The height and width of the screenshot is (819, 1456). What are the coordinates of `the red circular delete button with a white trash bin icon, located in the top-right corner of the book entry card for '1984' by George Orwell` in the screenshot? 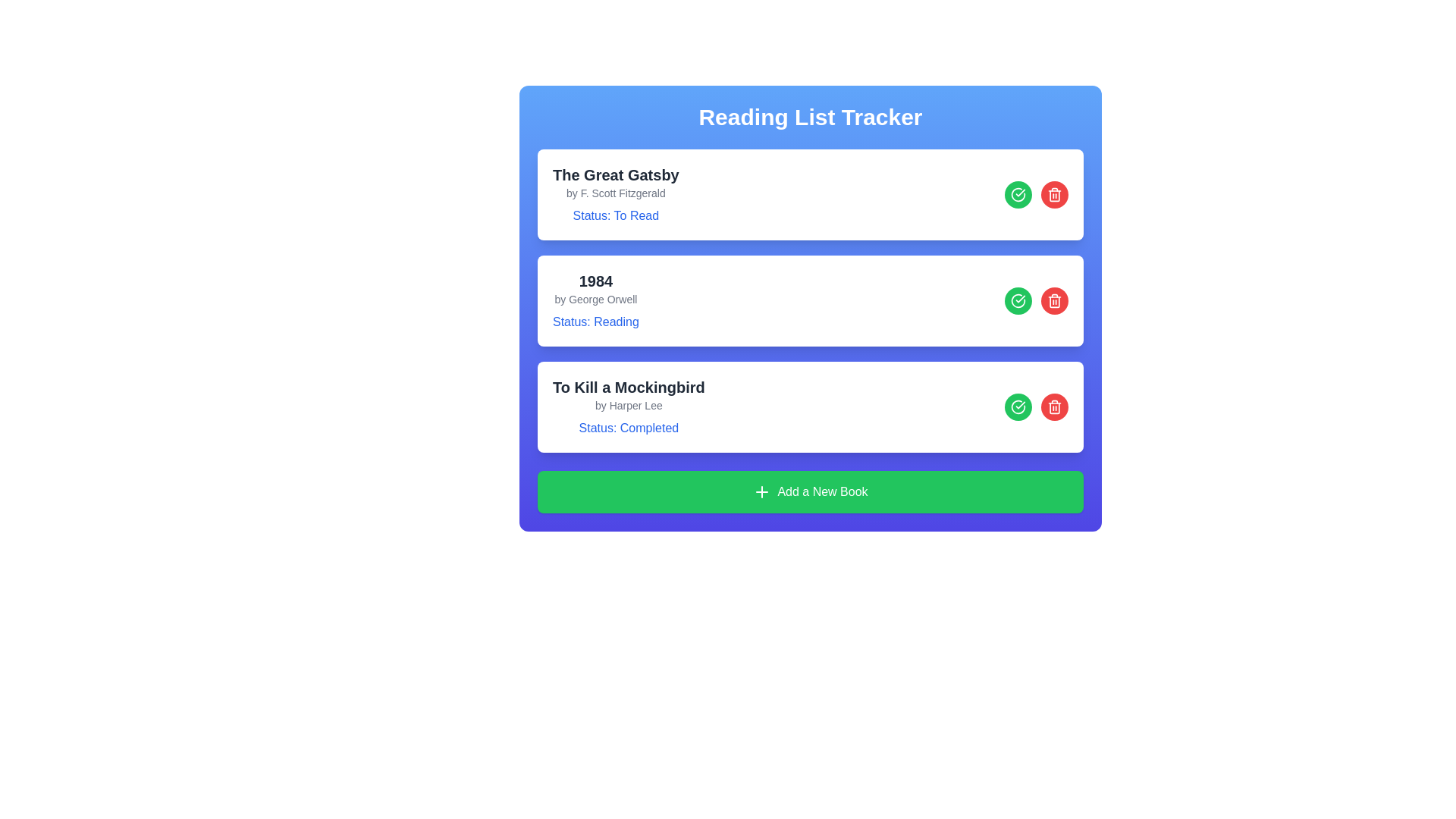 It's located at (1054, 406).